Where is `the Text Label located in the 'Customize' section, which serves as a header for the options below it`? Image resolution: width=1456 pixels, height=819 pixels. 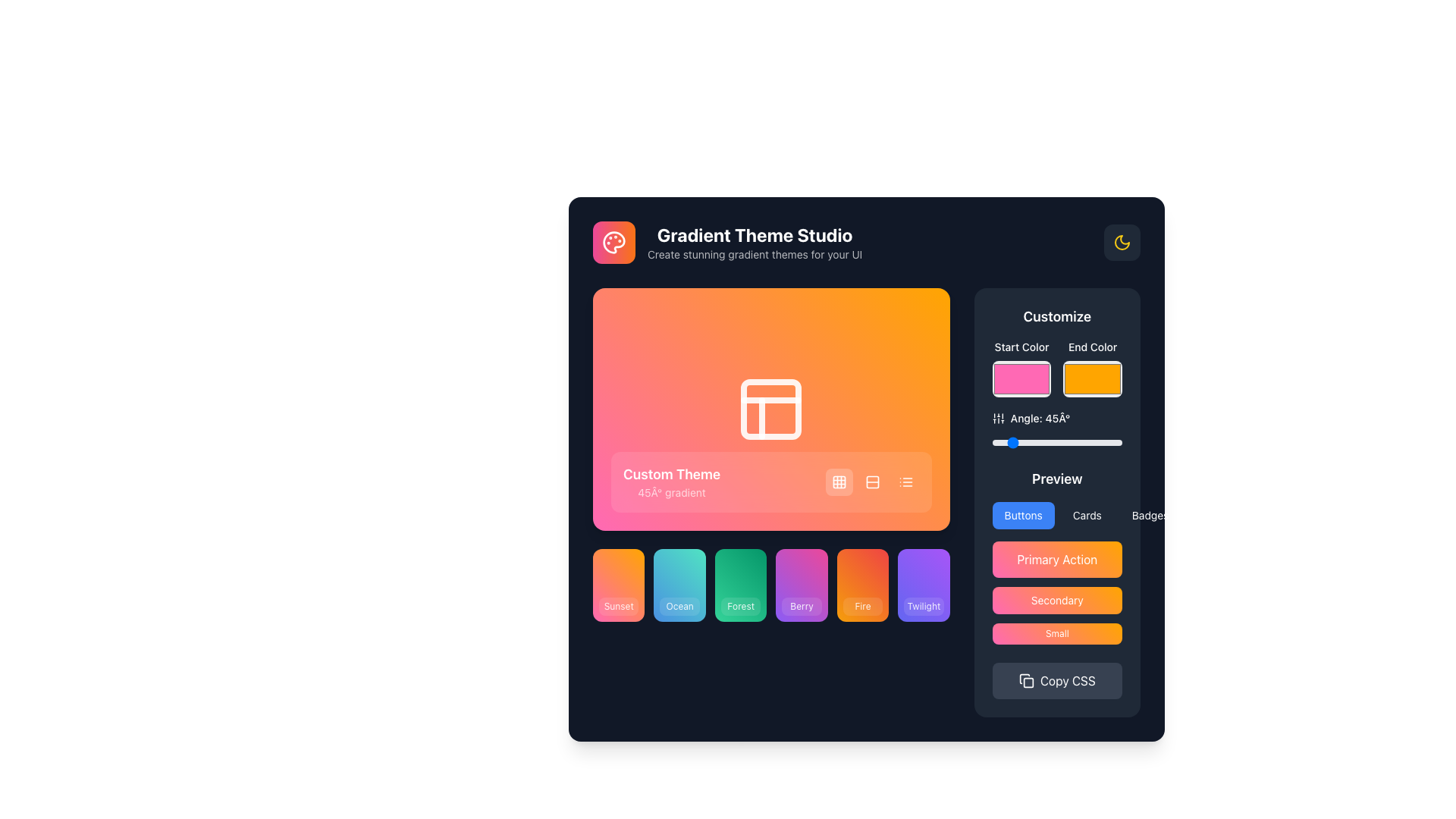
the Text Label located in the 'Customize' section, which serves as a header for the options below it is located at coordinates (1056, 479).